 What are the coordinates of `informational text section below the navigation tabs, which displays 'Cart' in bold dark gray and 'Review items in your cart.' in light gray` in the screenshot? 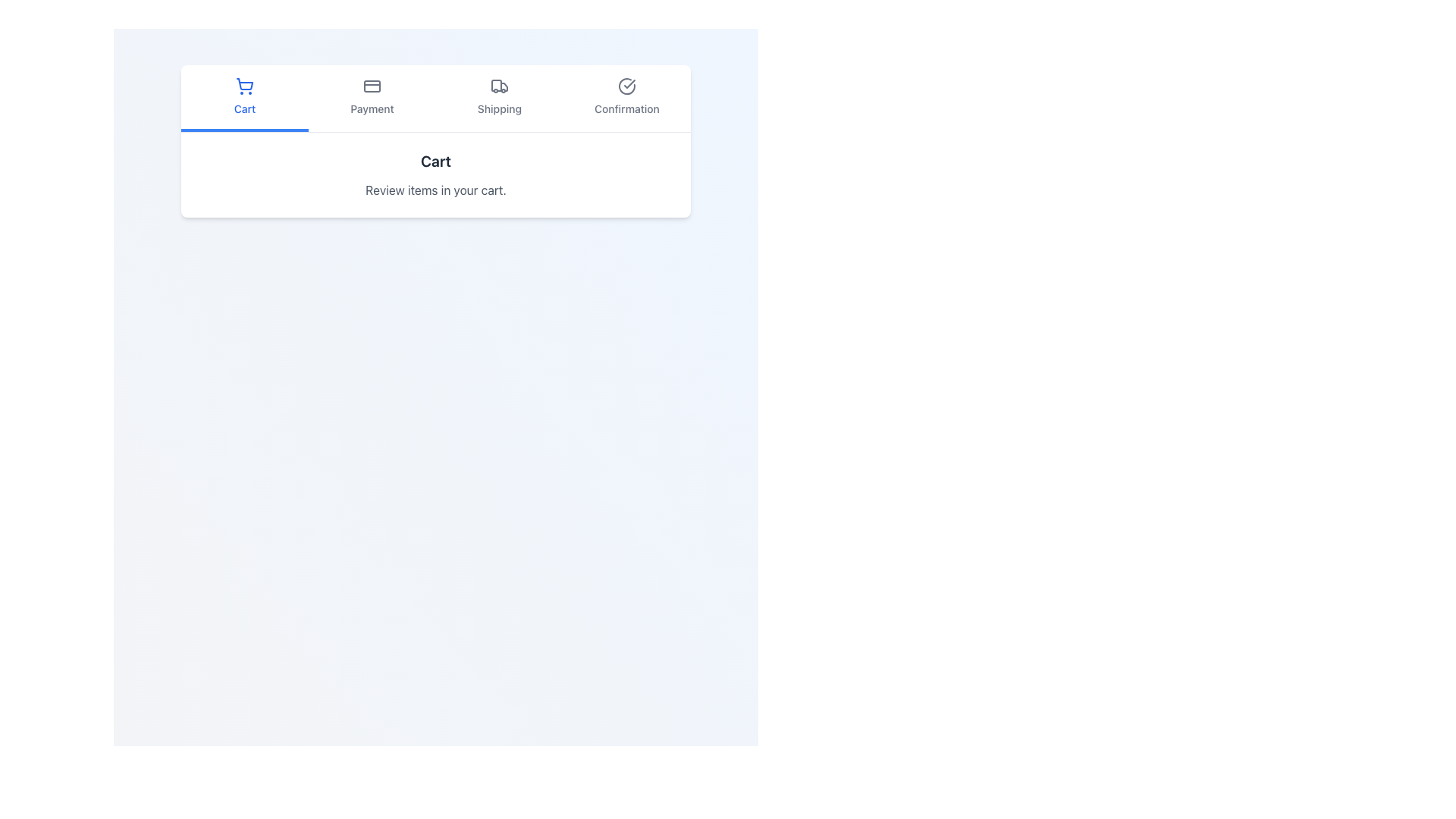 It's located at (435, 174).